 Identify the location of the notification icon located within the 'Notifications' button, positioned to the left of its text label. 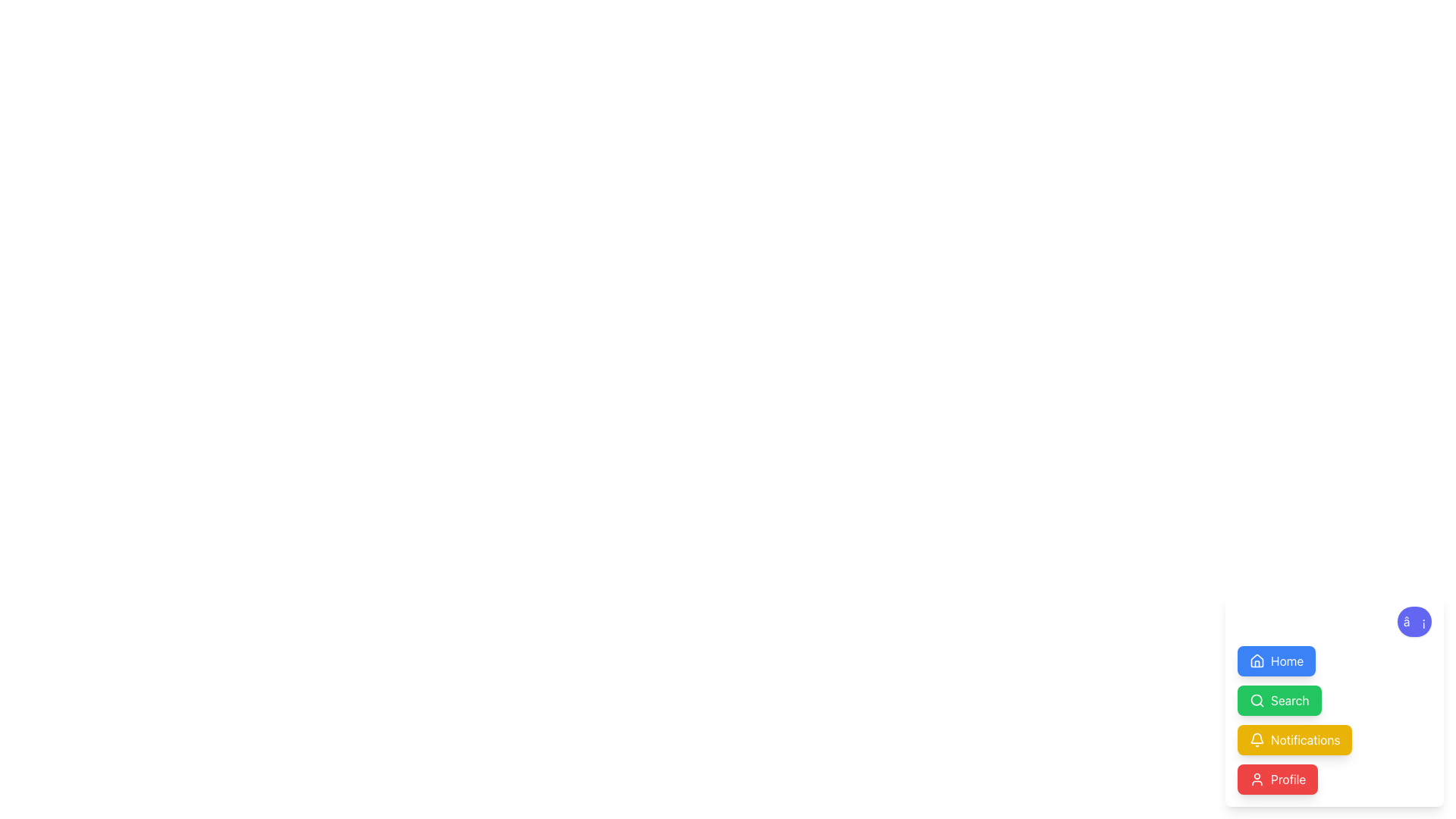
(1257, 739).